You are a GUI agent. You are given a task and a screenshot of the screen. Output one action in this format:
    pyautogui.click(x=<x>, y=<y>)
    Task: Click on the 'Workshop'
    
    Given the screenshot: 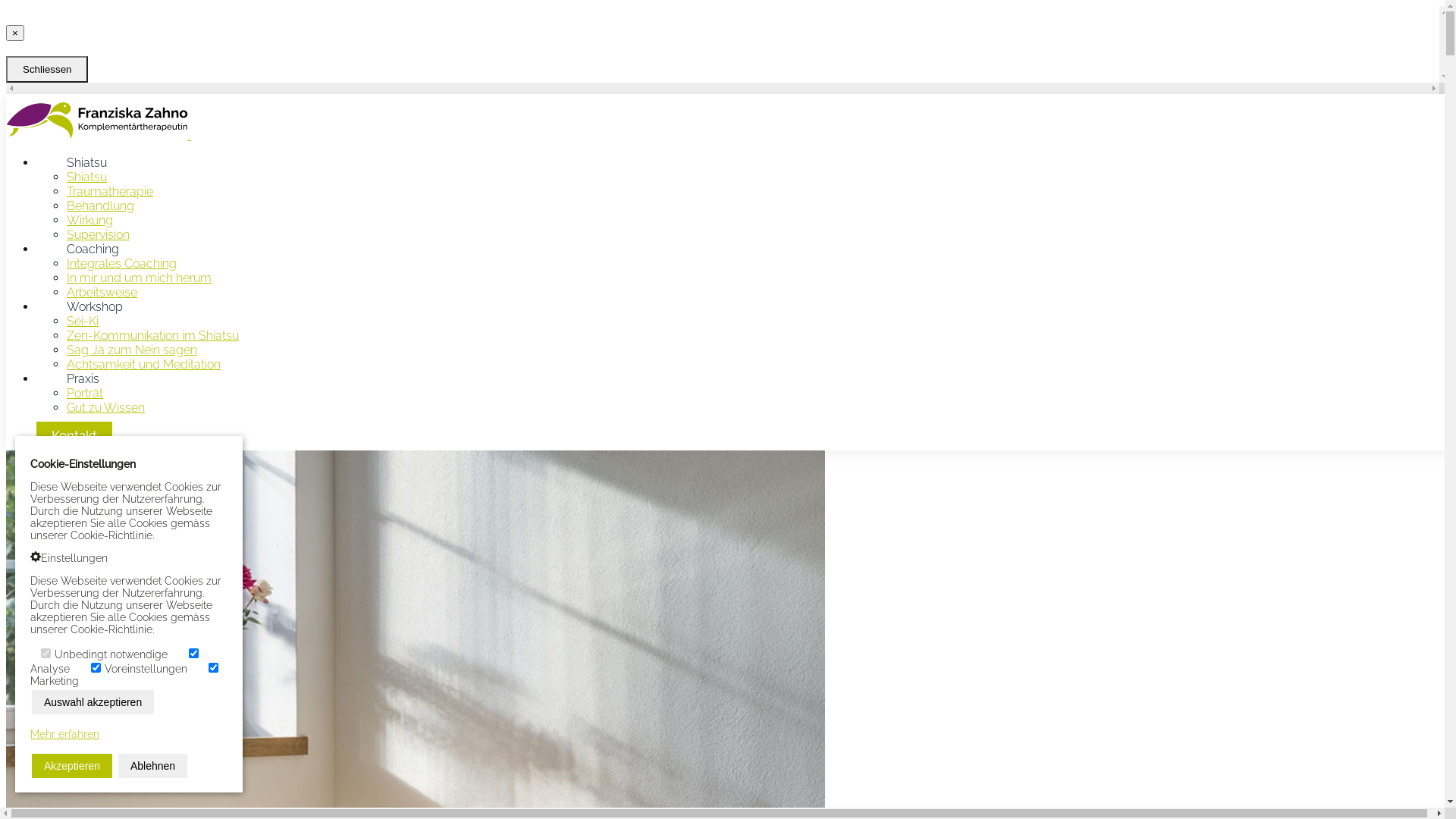 What is the action you would take?
    pyautogui.click(x=93, y=306)
    